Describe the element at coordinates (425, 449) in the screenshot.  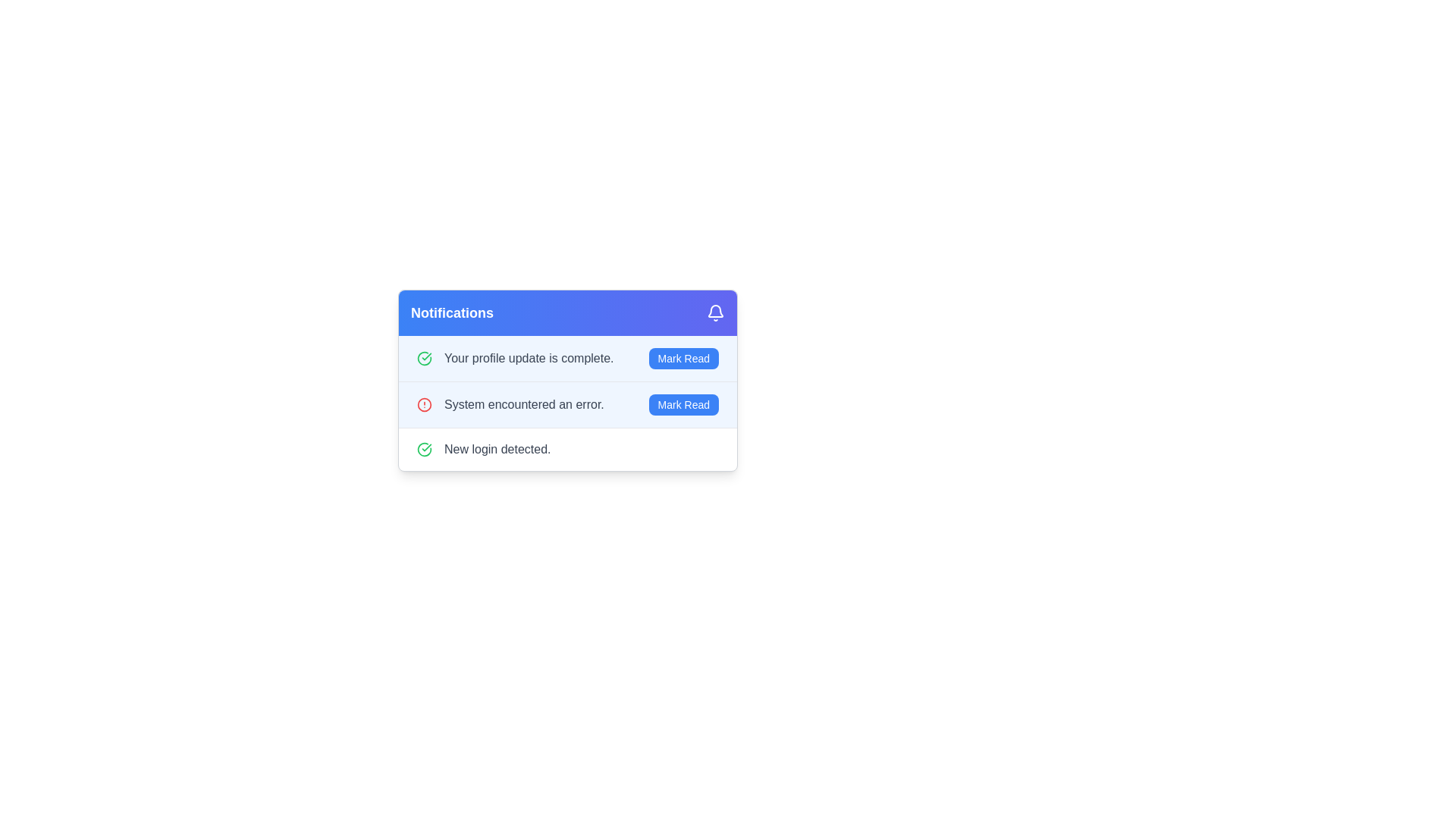
I see `the success icon indicating 'New login detected' notification` at that location.